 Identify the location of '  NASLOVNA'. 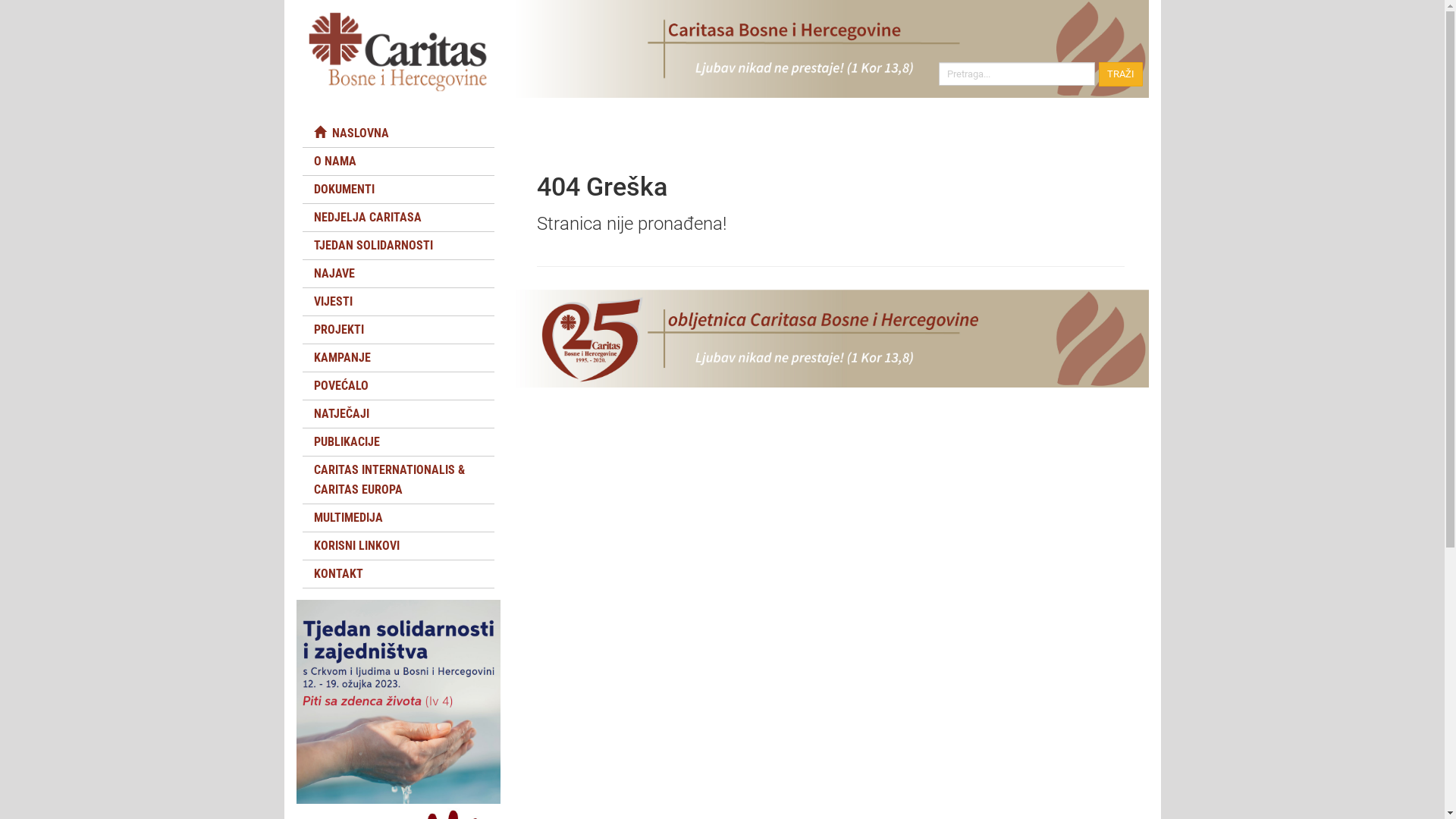
(397, 133).